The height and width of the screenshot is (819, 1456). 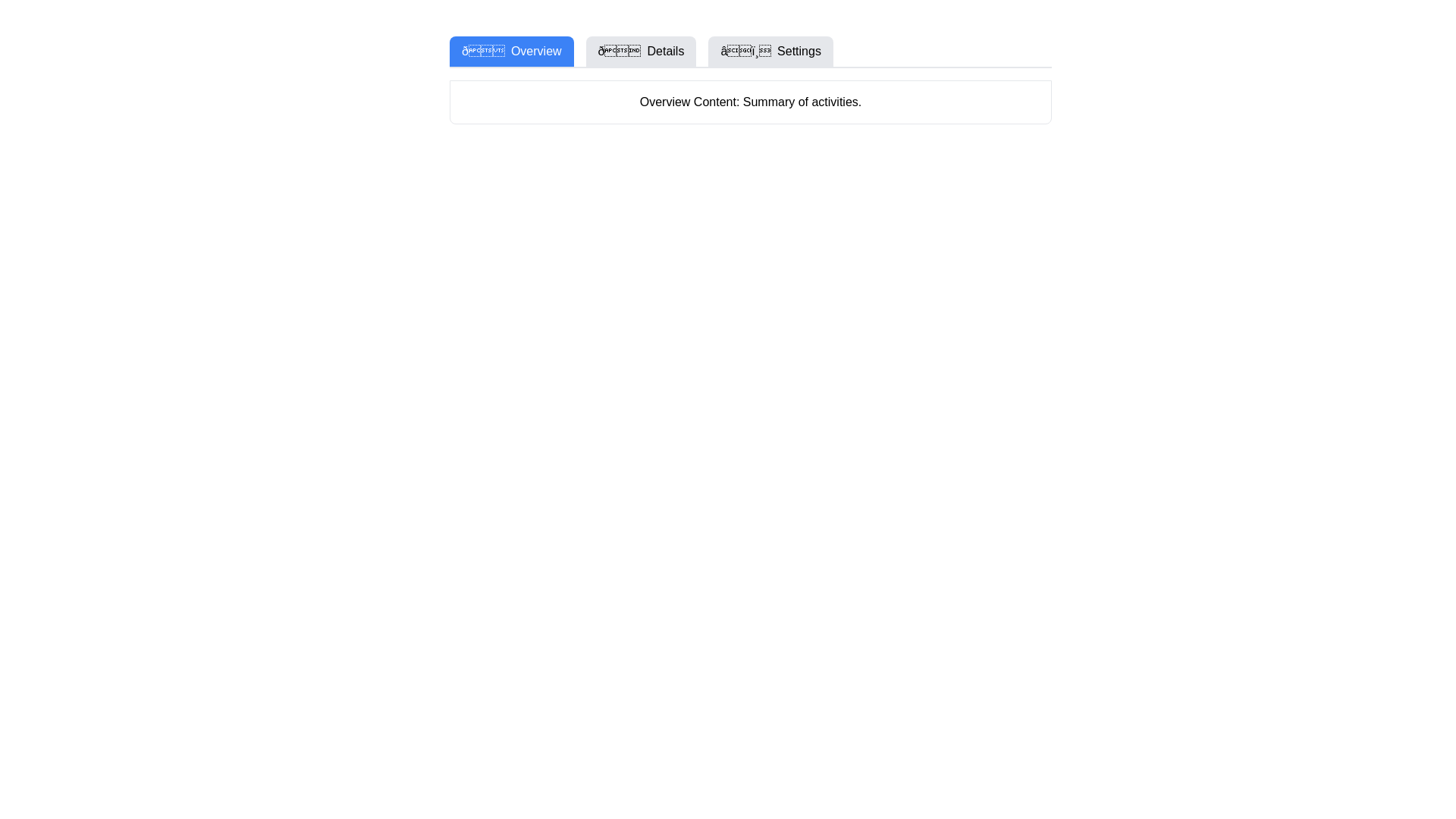 What do you see at coordinates (511, 51) in the screenshot?
I see `the first tab in the horizontal navigation bar labeled 'Overview' to trigger hover-specific styling` at bounding box center [511, 51].